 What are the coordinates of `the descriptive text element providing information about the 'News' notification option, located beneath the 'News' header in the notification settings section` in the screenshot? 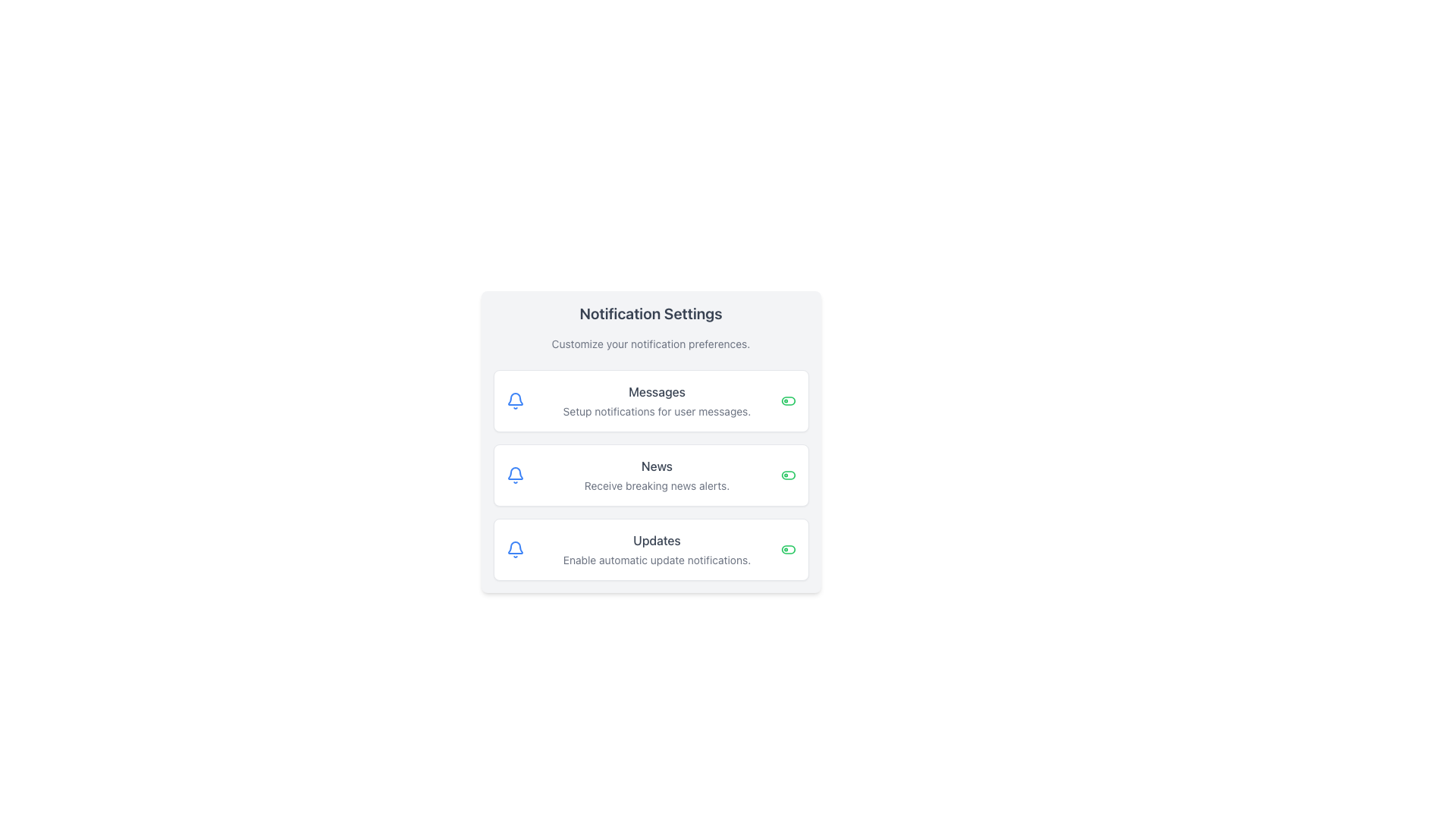 It's located at (657, 485).